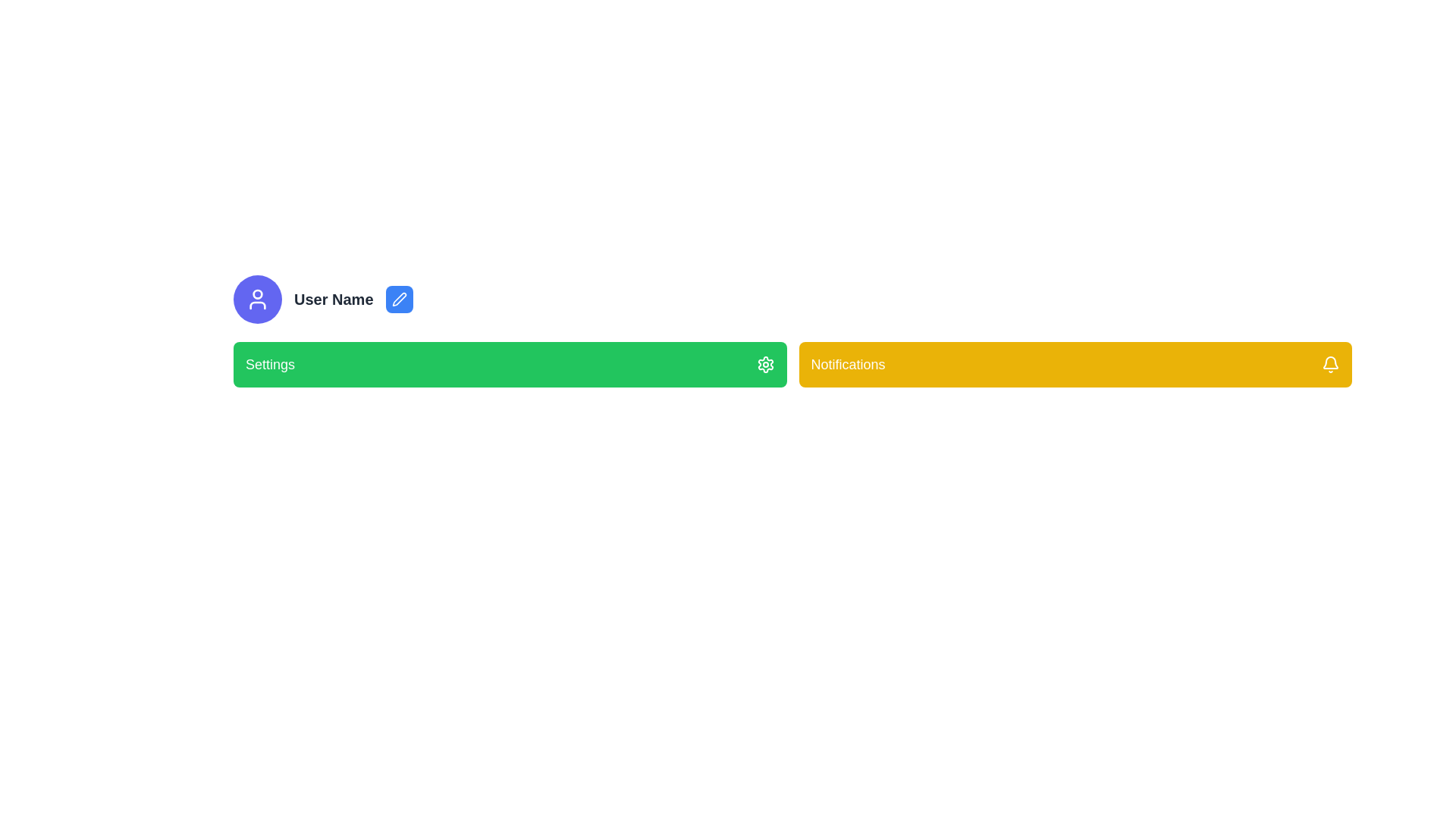 This screenshot has width=1456, height=819. I want to click on the gear-shaped settings icon located at the far right of the green 'Settings' button, so click(765, 365).